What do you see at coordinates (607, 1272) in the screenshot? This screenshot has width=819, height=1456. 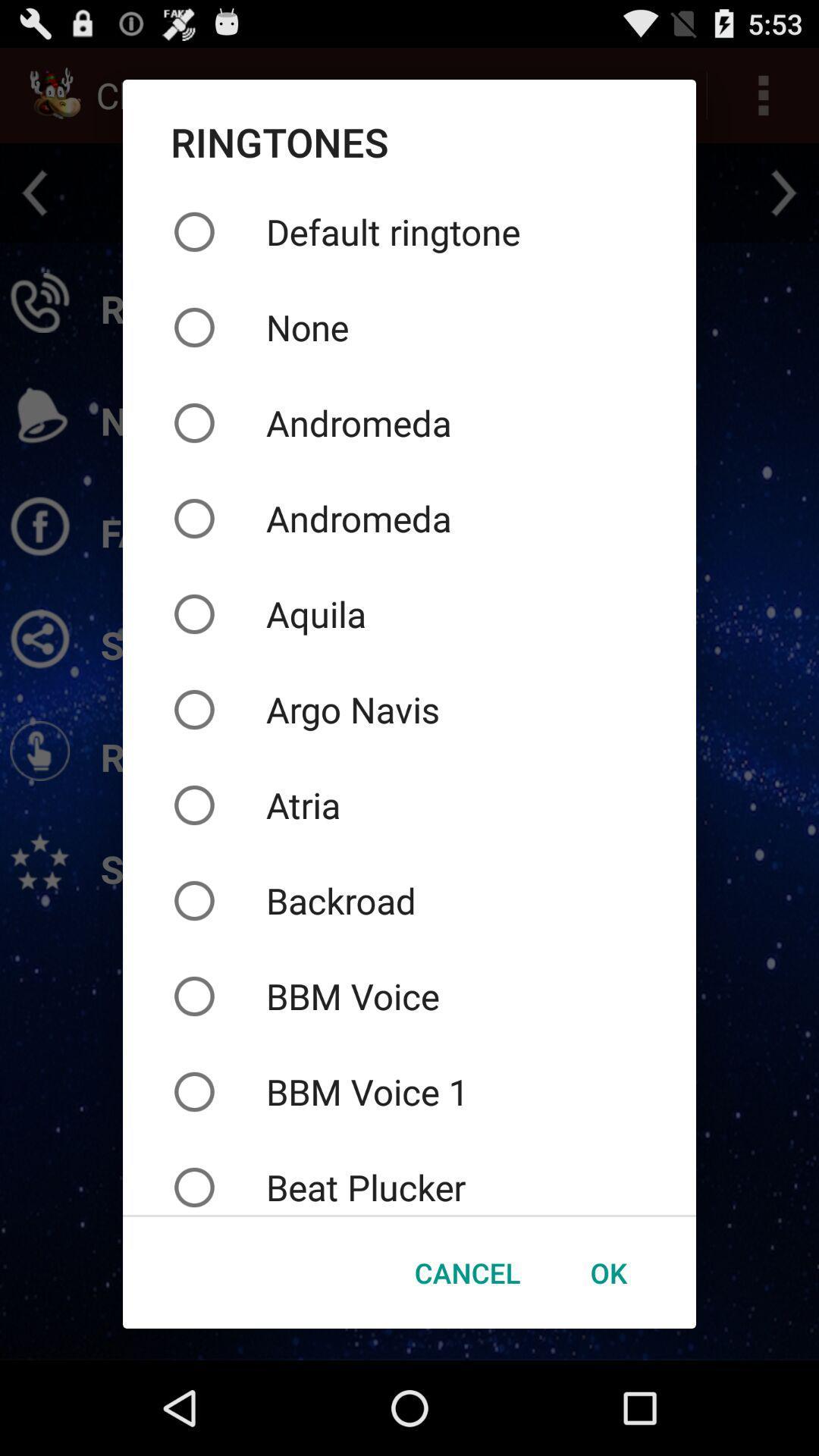 I see `the ok at the bottom right corner` at bounding box center [607, 1272].